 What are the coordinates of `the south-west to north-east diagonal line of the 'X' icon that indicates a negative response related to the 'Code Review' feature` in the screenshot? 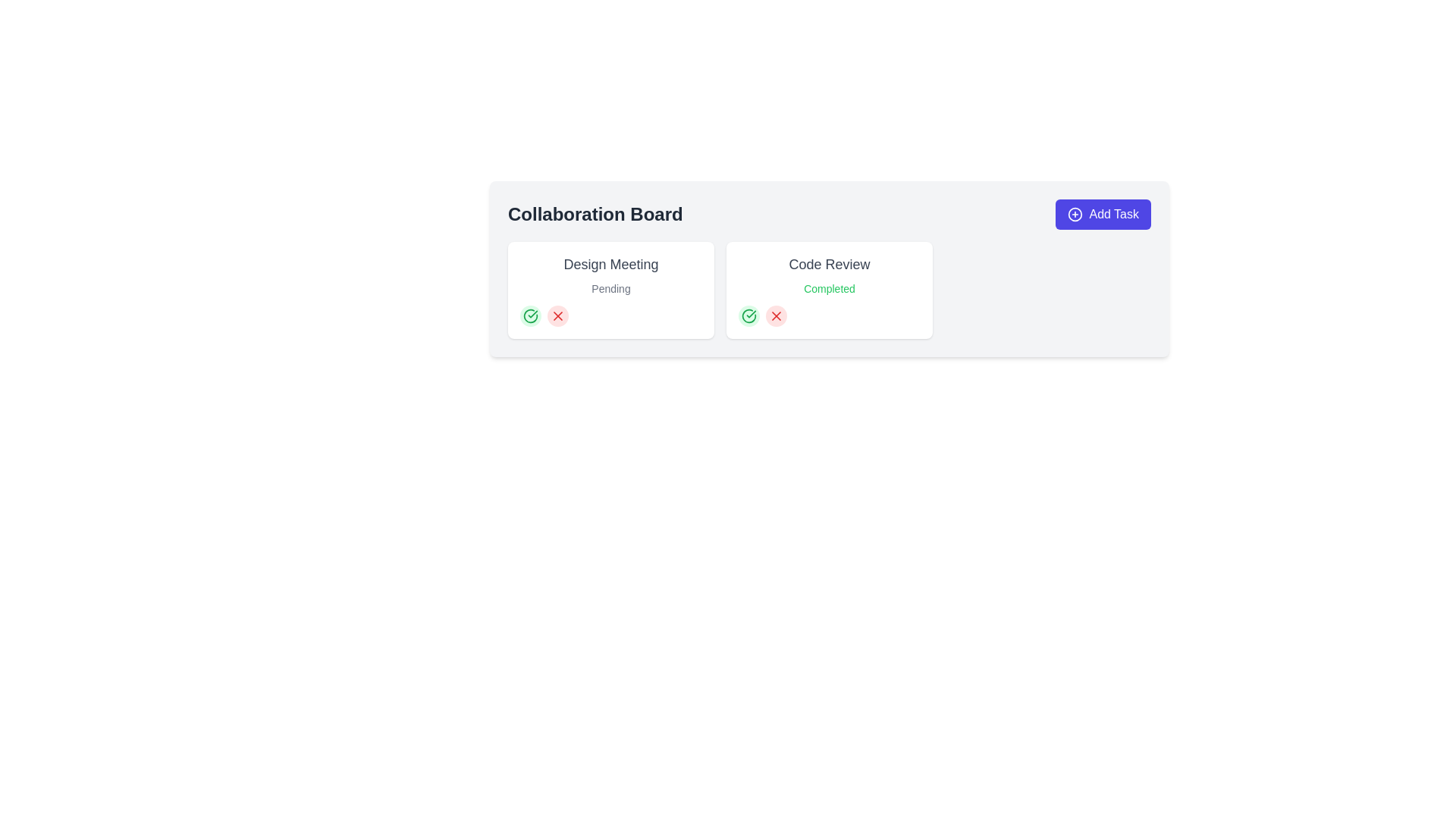 It's located at (776, 315).